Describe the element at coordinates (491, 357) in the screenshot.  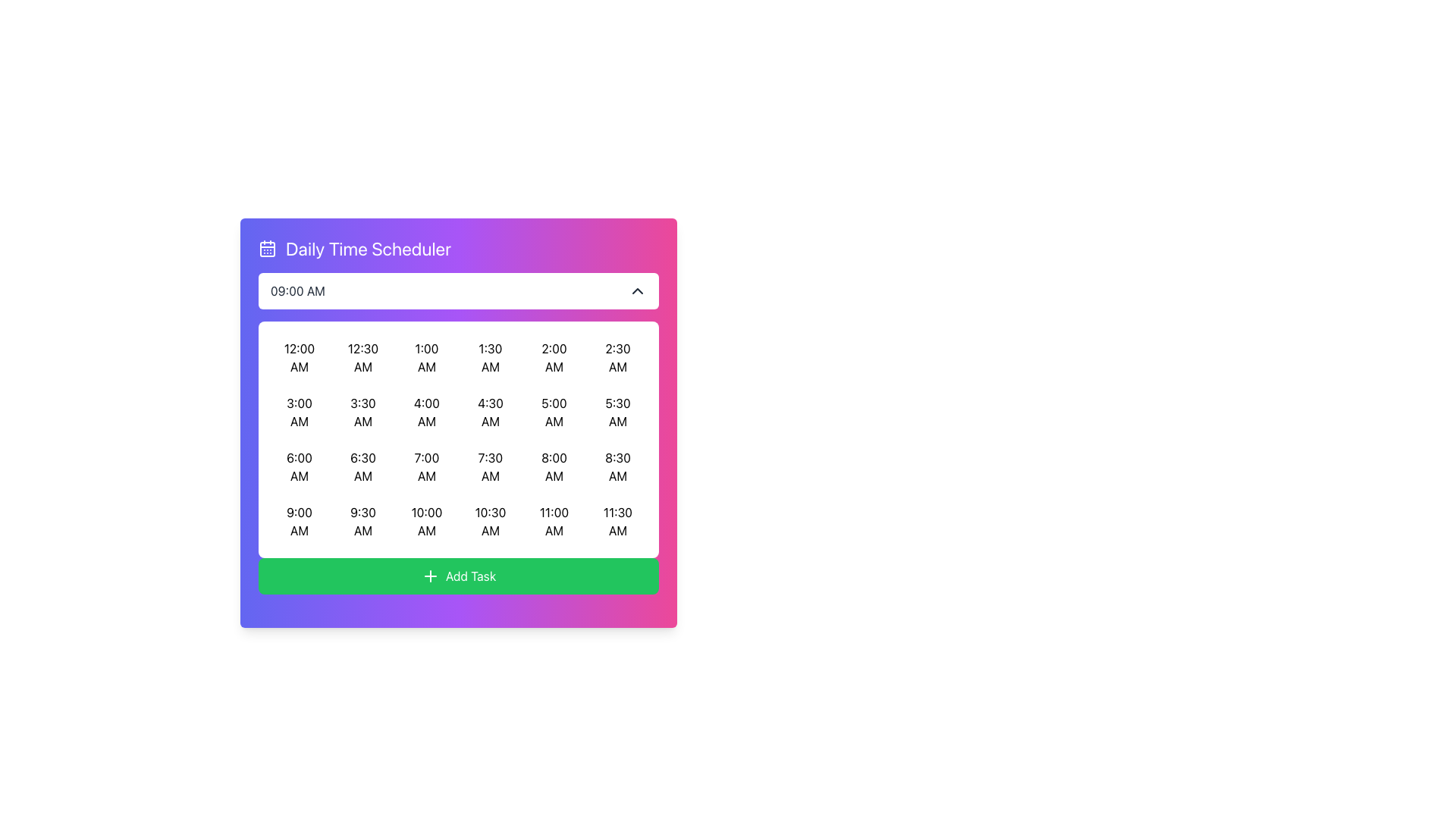
I see `the button displaying '1:30 AM'` at that location.